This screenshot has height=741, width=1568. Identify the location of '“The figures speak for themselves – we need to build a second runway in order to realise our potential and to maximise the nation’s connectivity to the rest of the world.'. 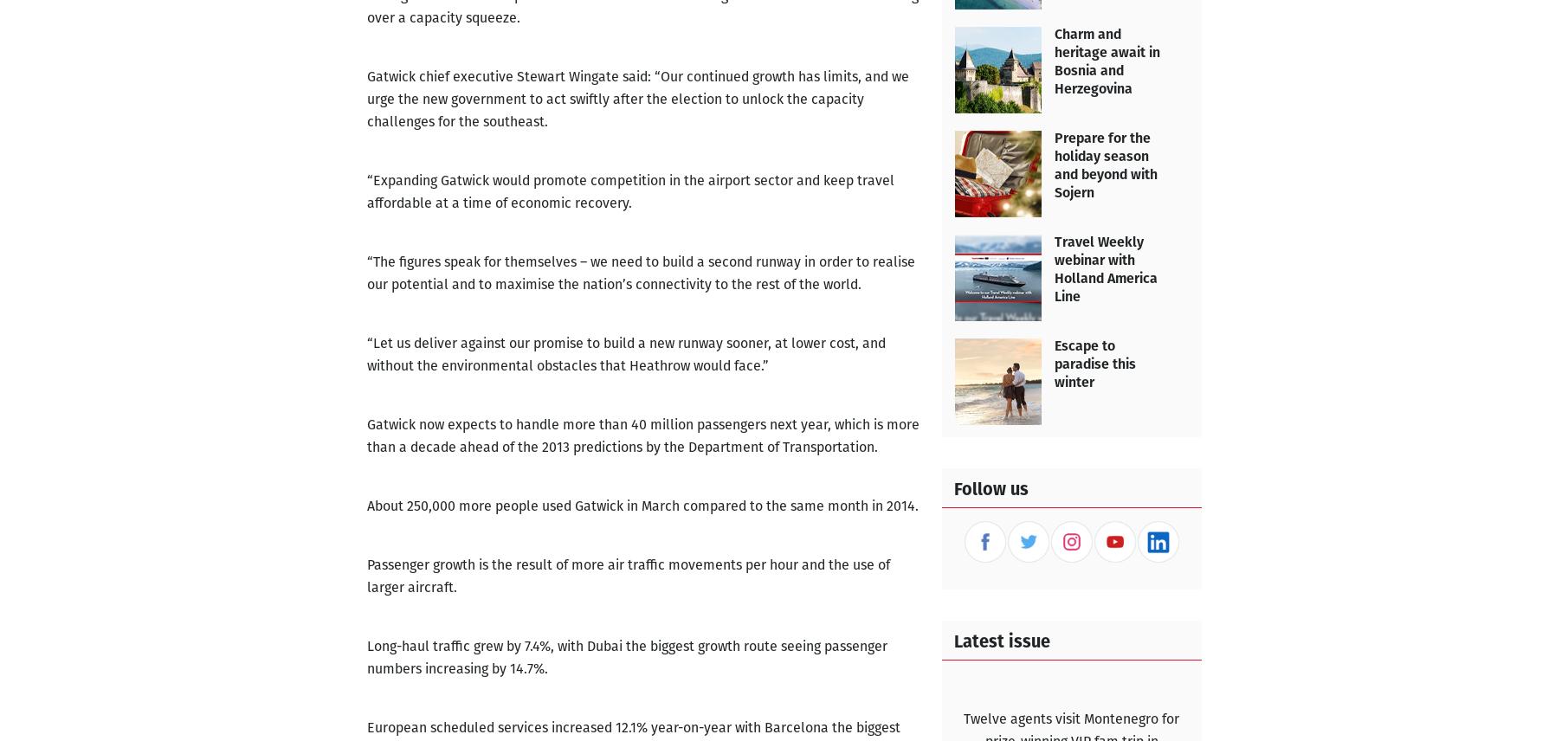
(639, 274).